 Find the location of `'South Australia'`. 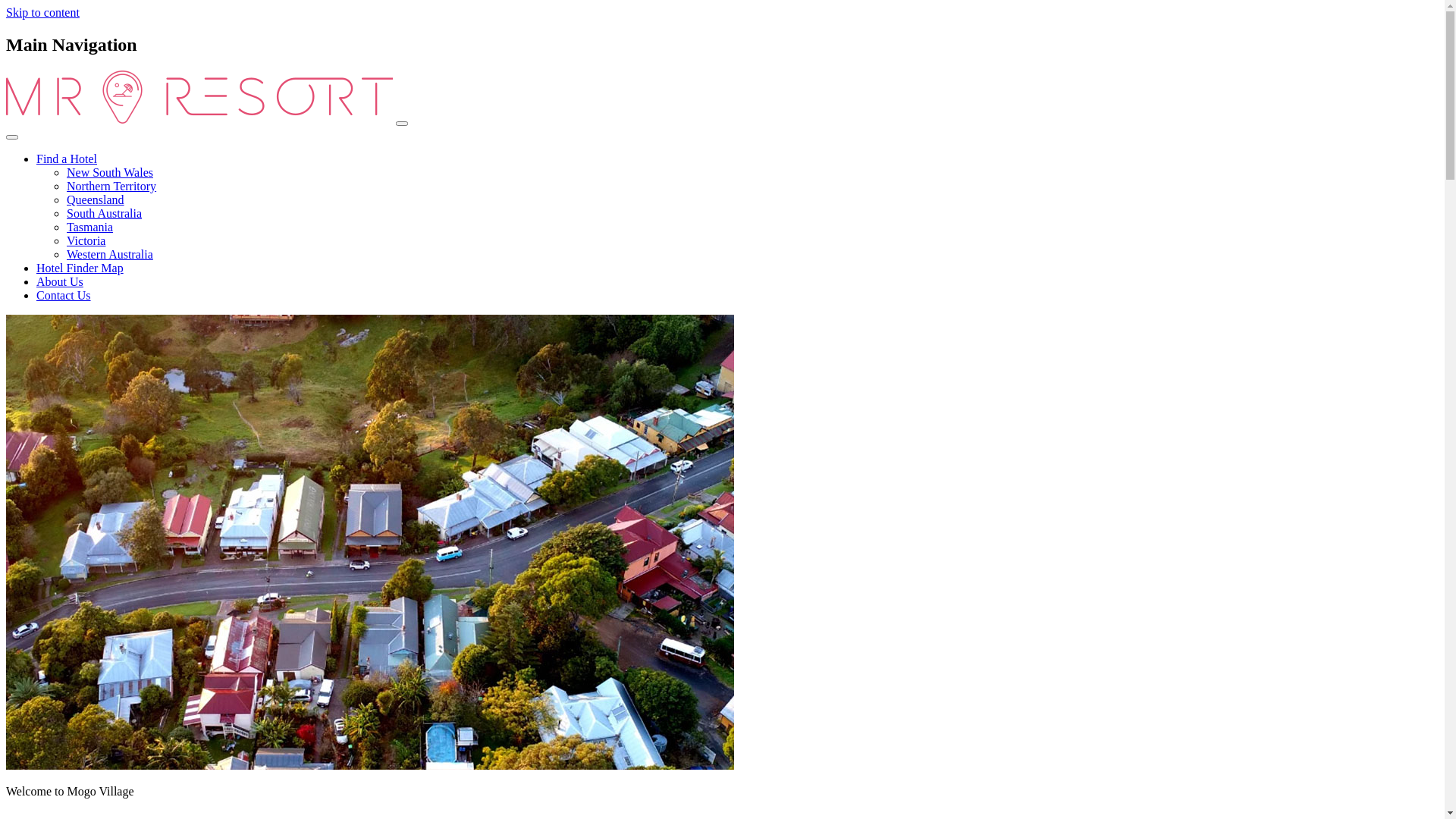

'South Australia' is located at coordinates (103, 213).